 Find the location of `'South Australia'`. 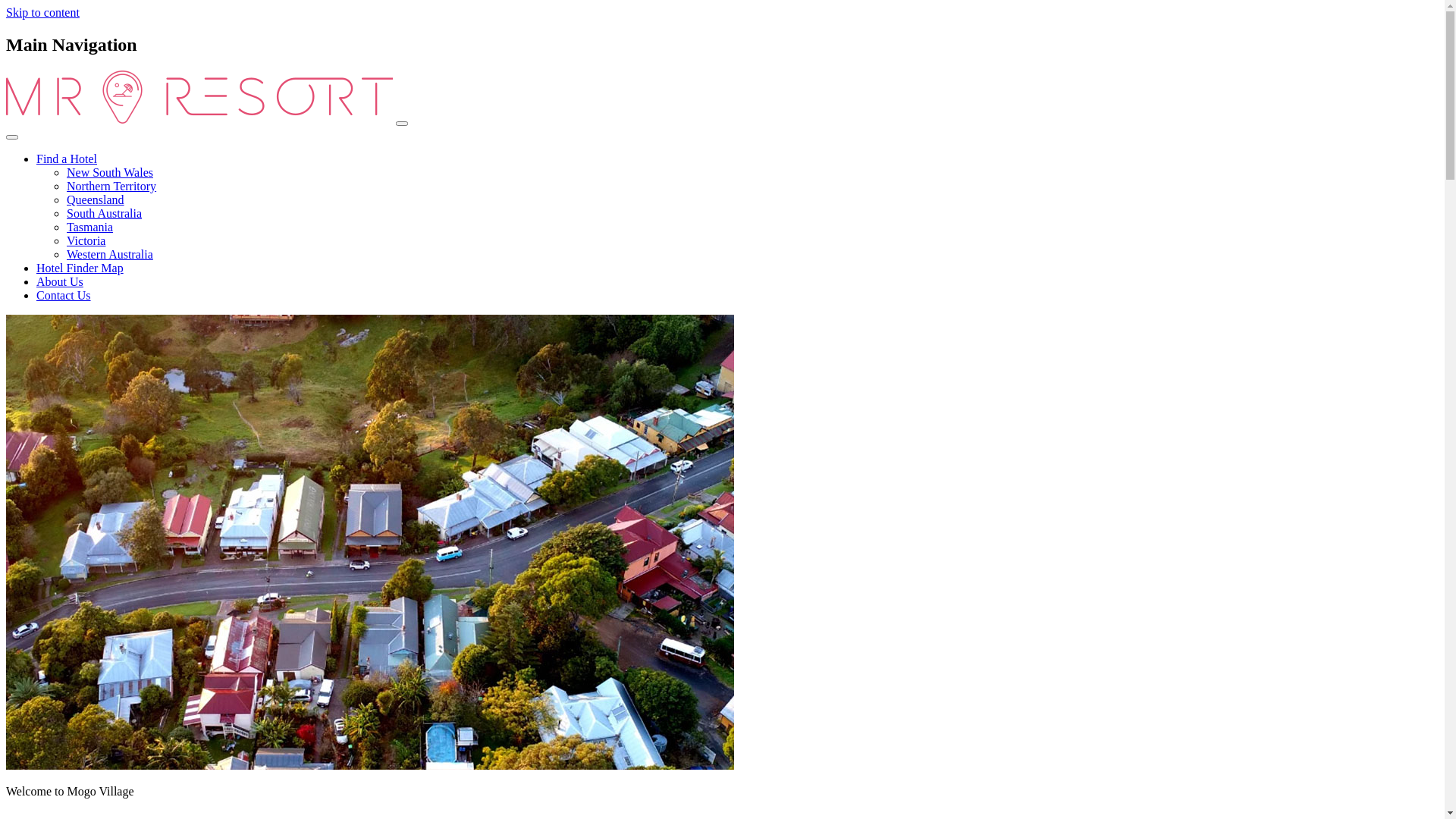

'South Australia' is located at coordinates (103, 213).